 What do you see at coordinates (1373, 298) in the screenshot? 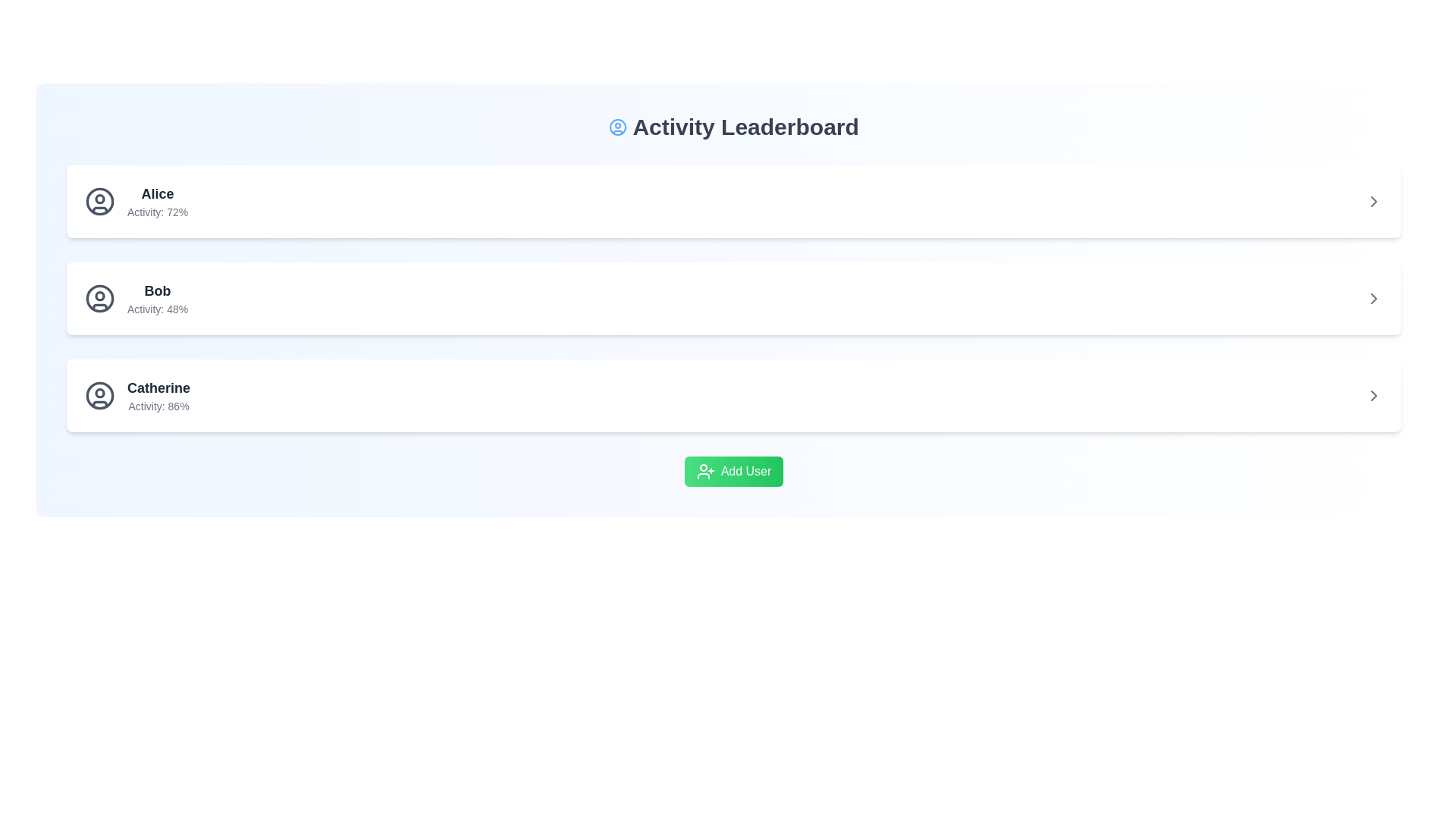
I see `the button styled as an icon located at the far right of the second user row labeled with 'Bob' and 'Activity: 48%'` at bounding box center [1373, 298].